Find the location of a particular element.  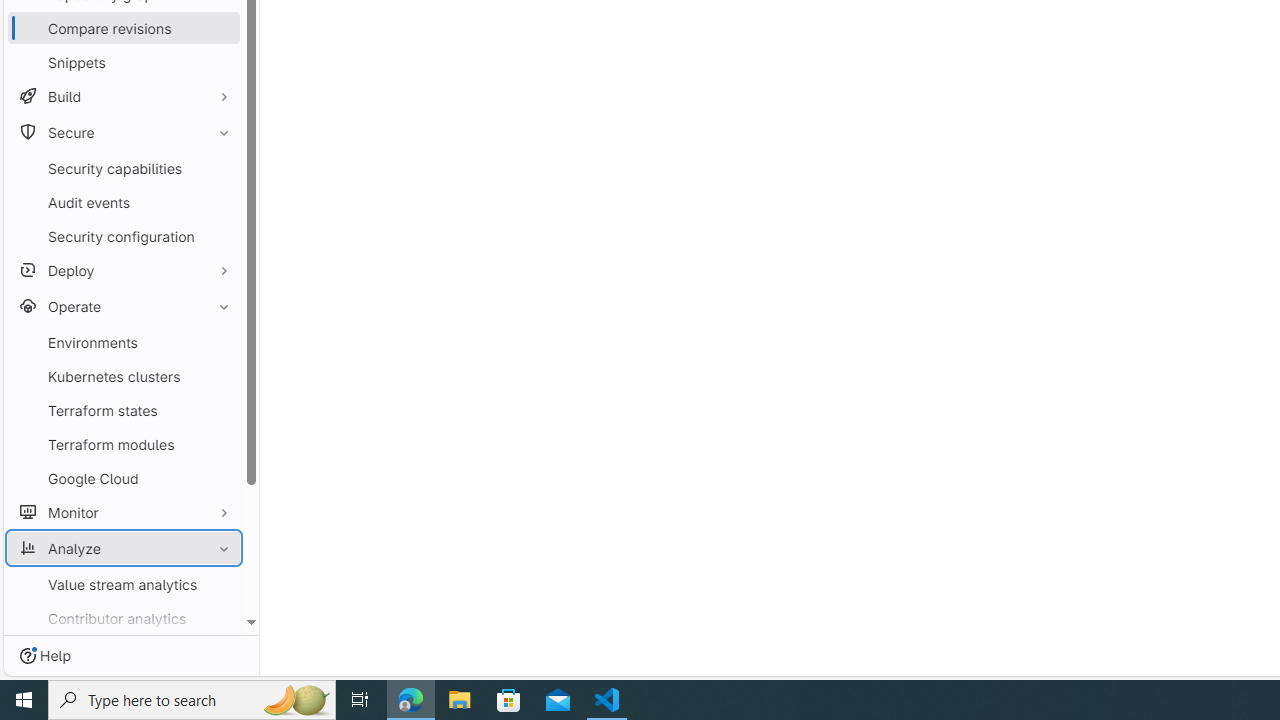

'Secure' is located at coordinates (123, 132).